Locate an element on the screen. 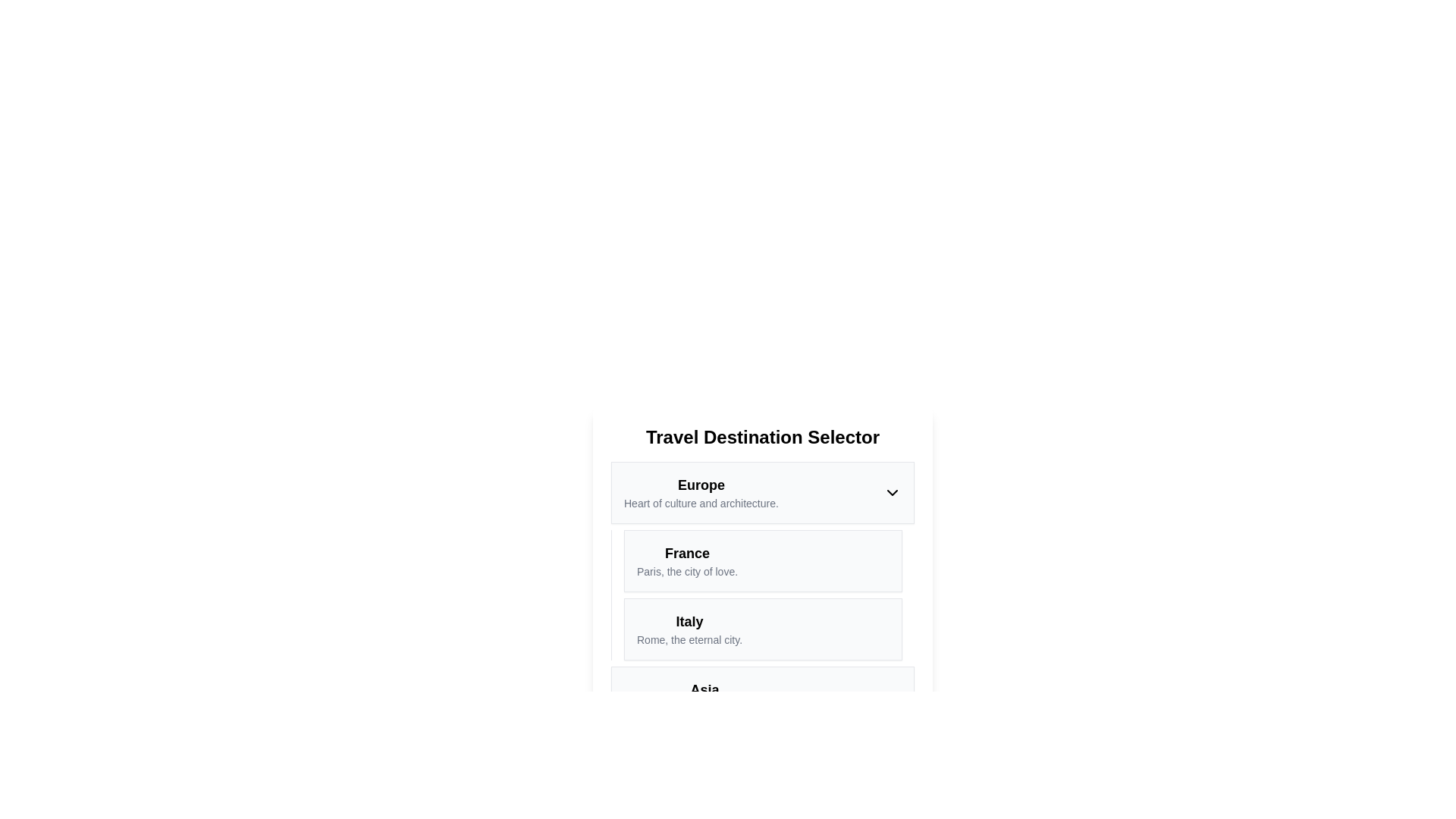 This screenshot has width=1456, height=819. the details of the Text Box containing the country name 'France' and the description 'Paris, the city of love.' positioned below the 'Europe' section header is located at coordinates (763, 561).